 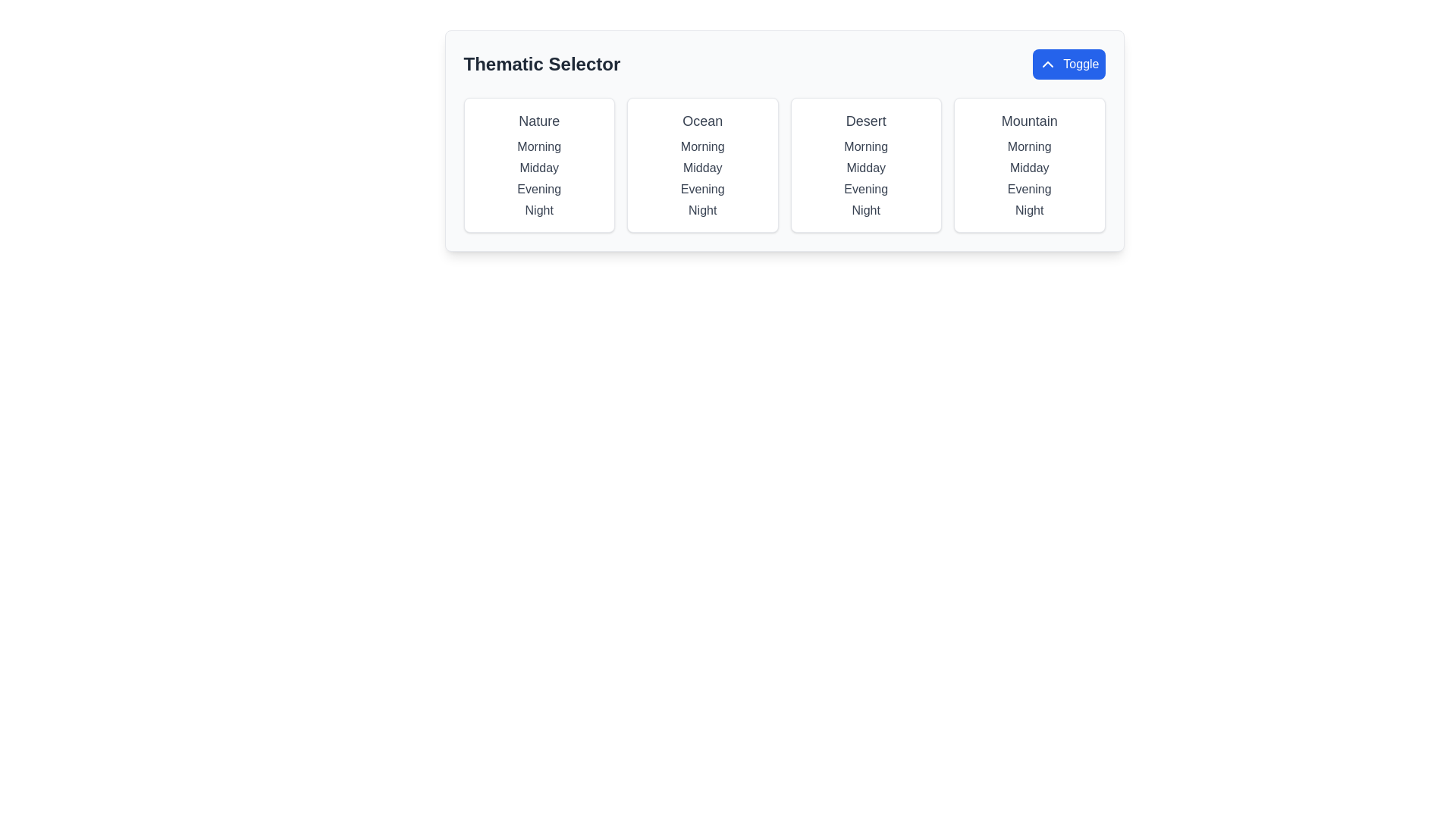 I want to click on the static text label indicating 'Midday' within the 'Ocean' section, which is the second item in a vertical list of time segments, so click(x=701, y=168).